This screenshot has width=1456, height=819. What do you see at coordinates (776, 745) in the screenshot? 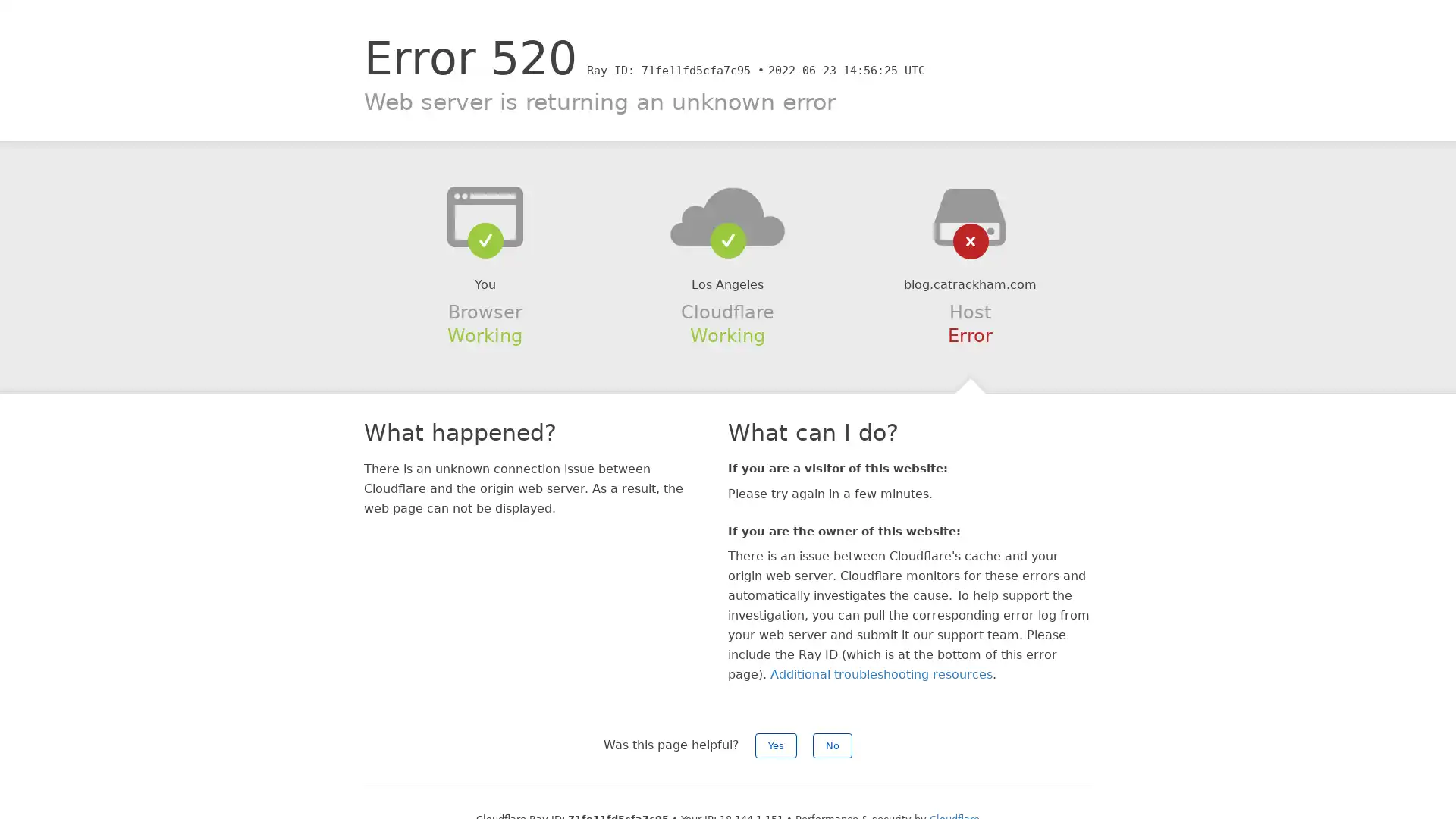
I see `Yes` at bounding box center [776, 745].